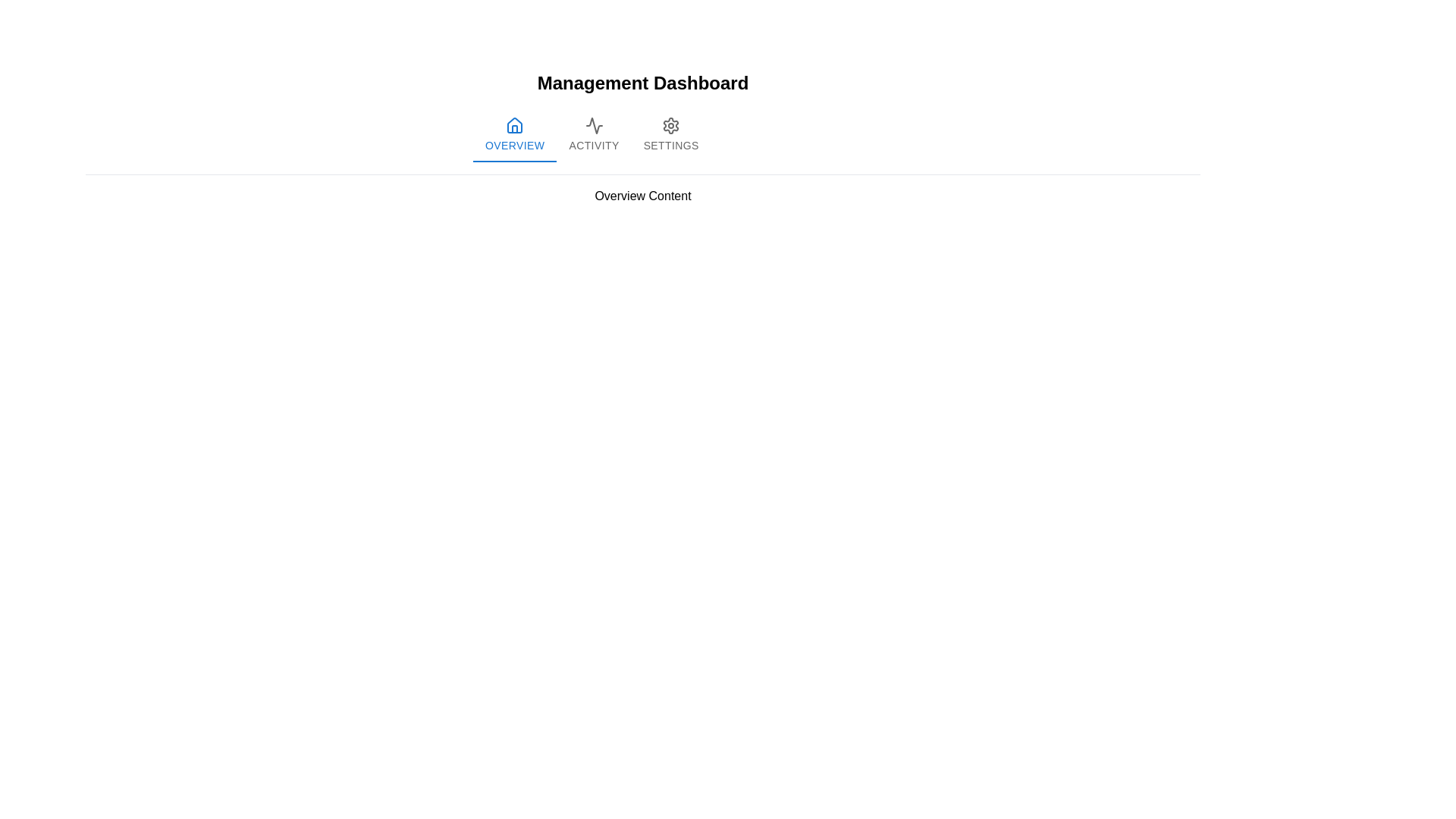 The height and width of the screenshot is (819, 1456). I want to click on the text label displaying 'Overview Content' located centrally under the 'Overview' section header, just below a thin gray dividing line, so click(643, 195).